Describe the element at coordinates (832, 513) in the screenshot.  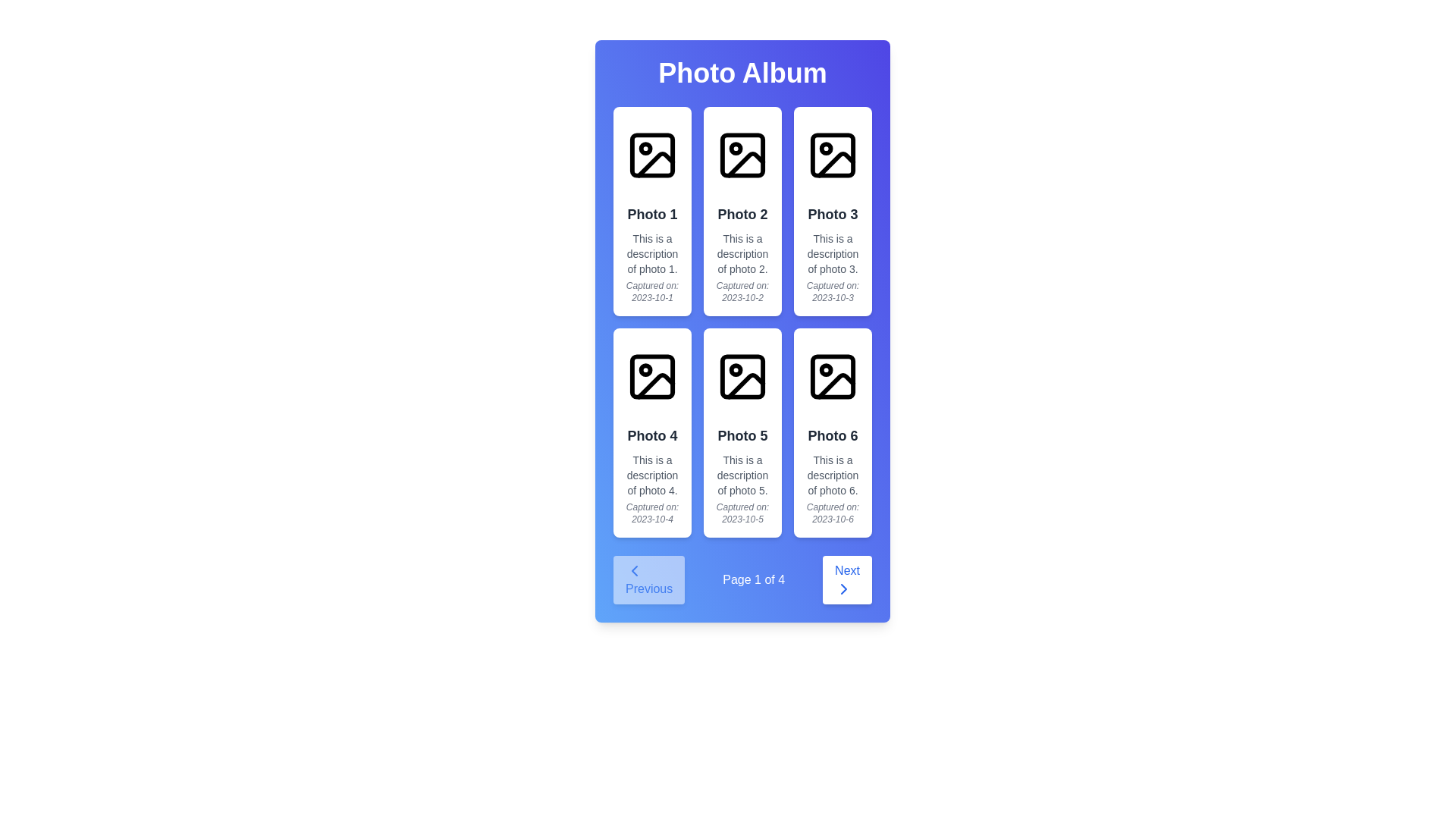
I see `the text label displaying 'Captured on: 2023-10-6', which is styled in small, italicized gray font and positioned at the bottom of the photo card labeled 'Photo 6'` at that location.